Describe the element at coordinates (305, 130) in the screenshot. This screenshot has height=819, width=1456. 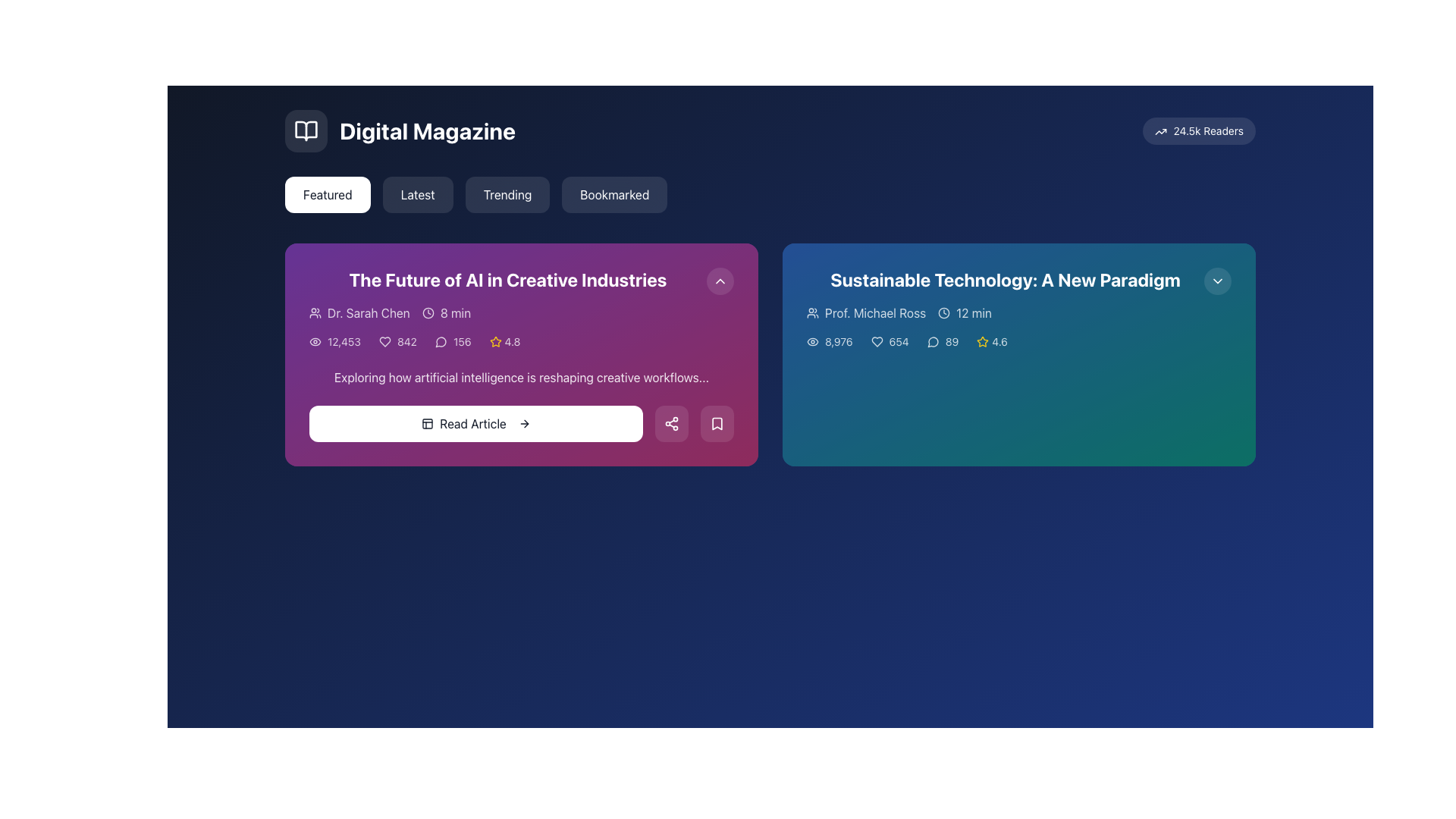
I see `the open book icon located in the upper-left corner of the interface, adjacent to the 'Digital Magazine' title` at that location.